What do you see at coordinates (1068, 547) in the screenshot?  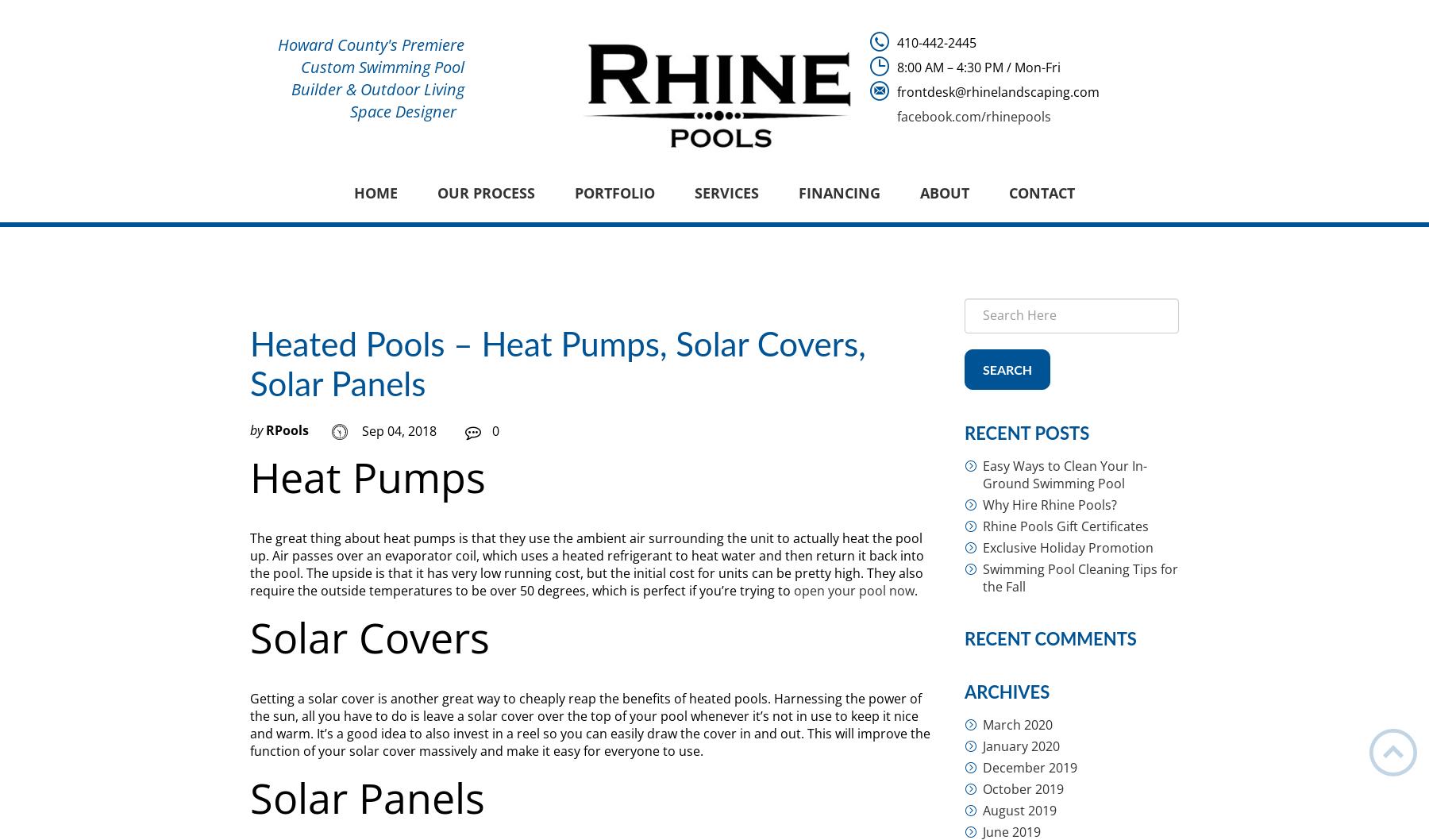 I see `'Exclusive Holiday Promotion'` at bounding box center [1068, 547].